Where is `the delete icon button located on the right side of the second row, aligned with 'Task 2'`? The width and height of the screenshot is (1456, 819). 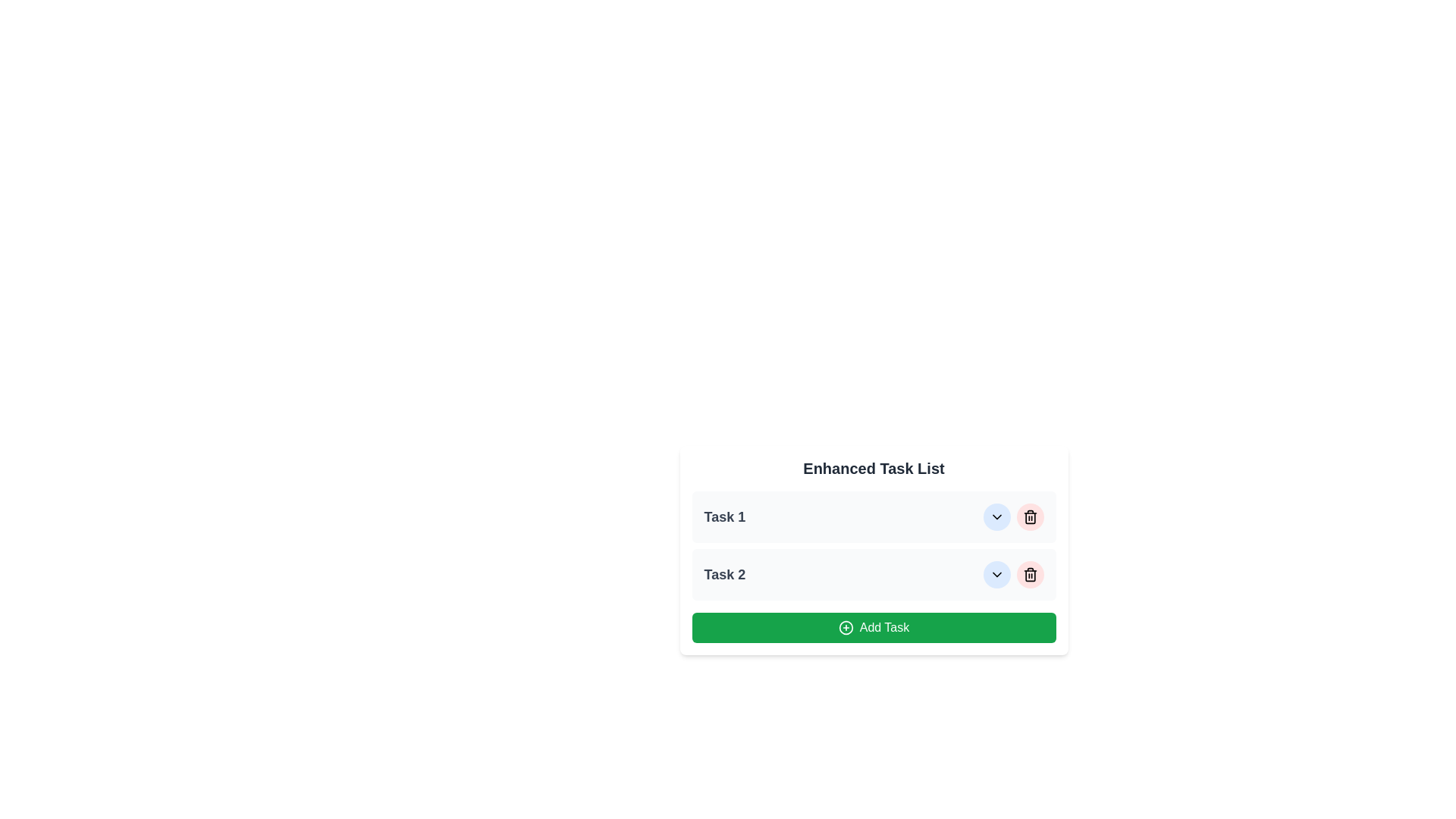 the delete icon button located on the right side of the second row, aligned with 'Task 2' is located at coordinates (1030, 575).